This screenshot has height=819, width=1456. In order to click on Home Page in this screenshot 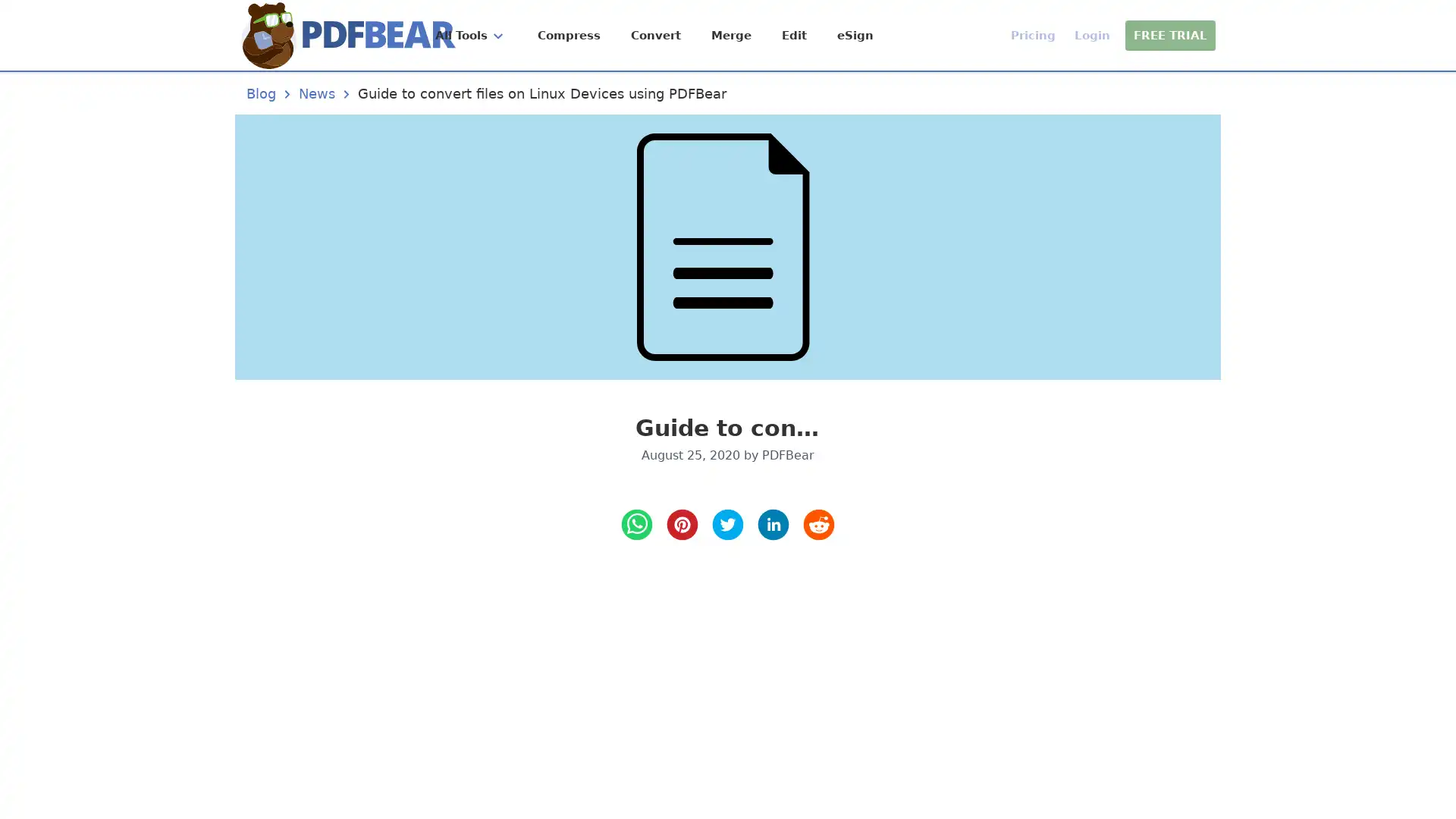, I will do `click(347, 34)`.